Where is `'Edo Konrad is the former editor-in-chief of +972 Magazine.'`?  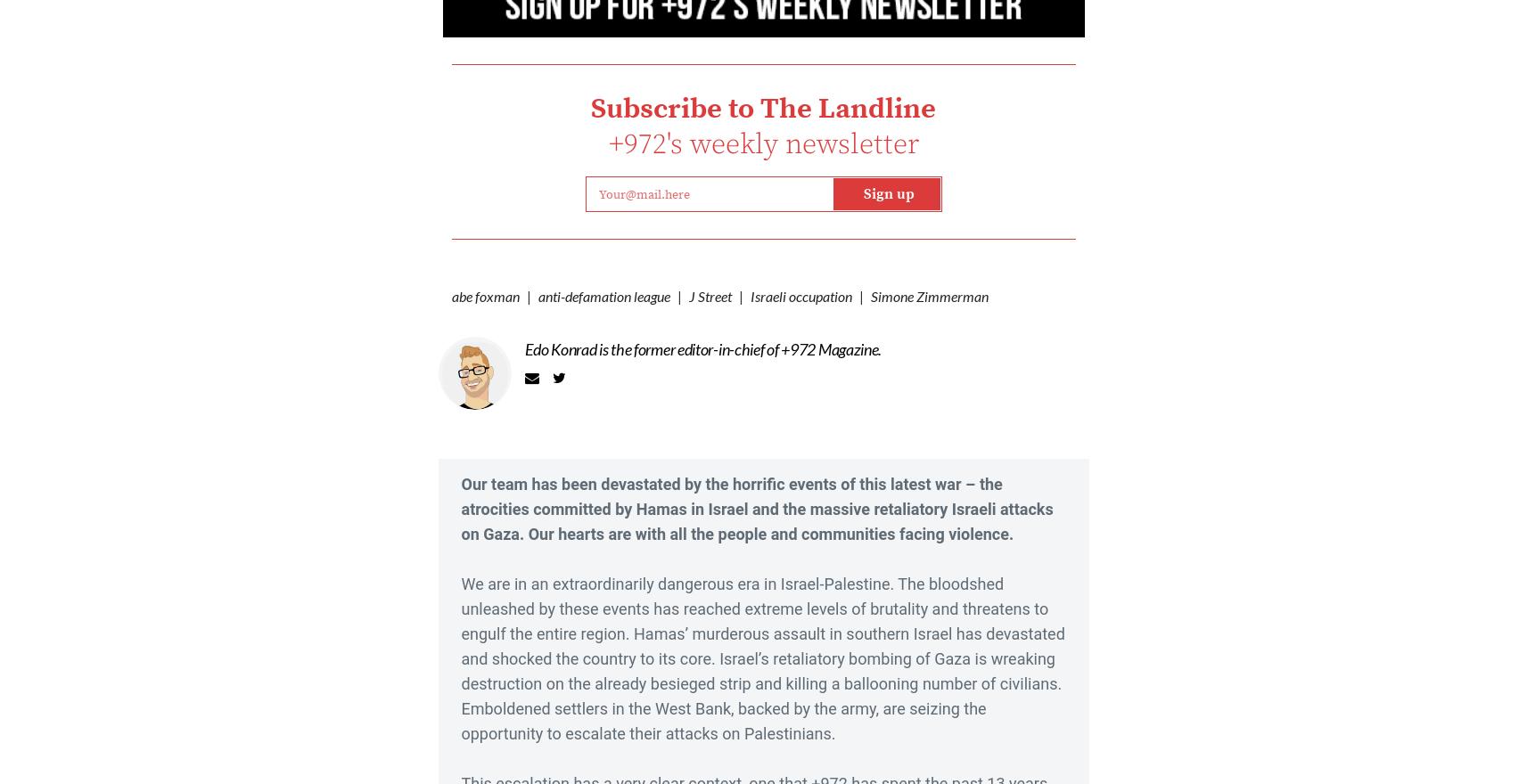 'Edo Konrad is the former editor-in-chief of +972 Magazine.' is located at coordinates (524, 347).